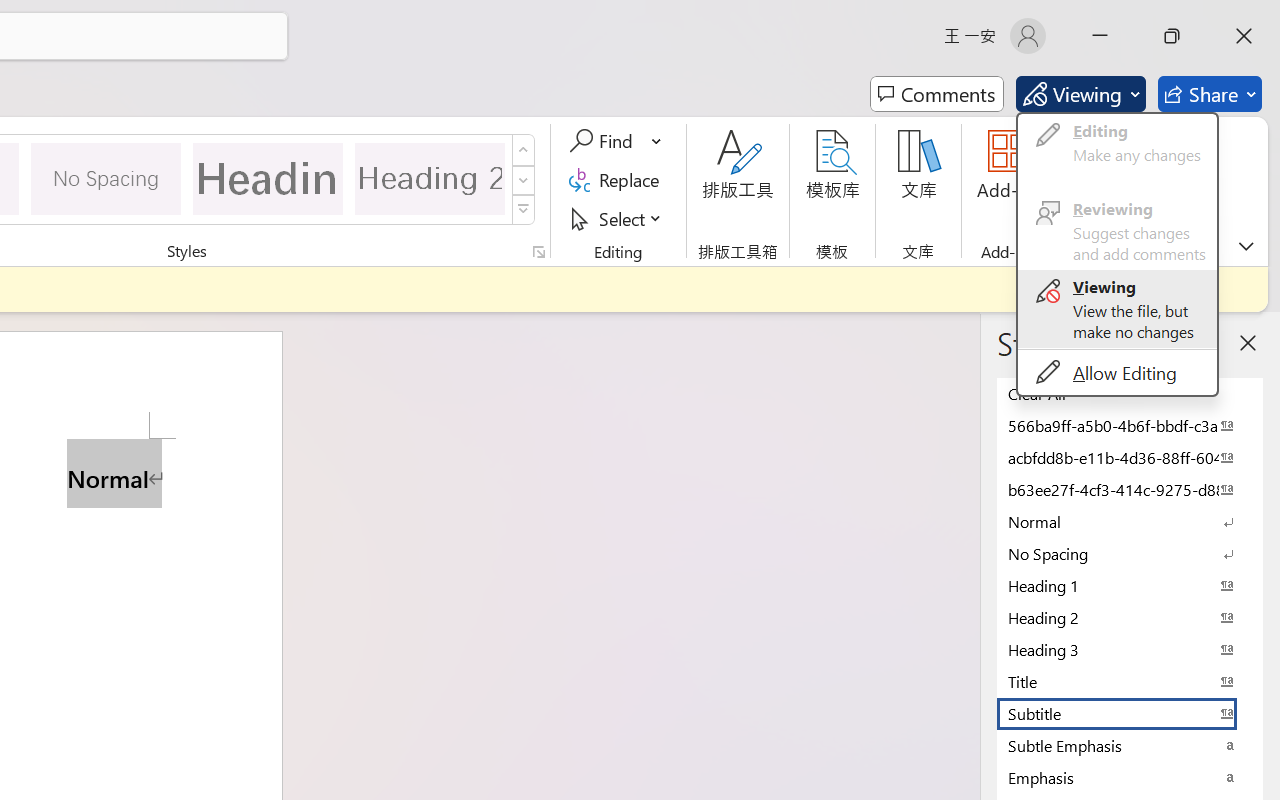 This screenshot has height=800, width=1280. What do you see at coordinates (1130, 648) in the screenshot?
I see `'Heading 3'` at bounding box center [1130, 648].